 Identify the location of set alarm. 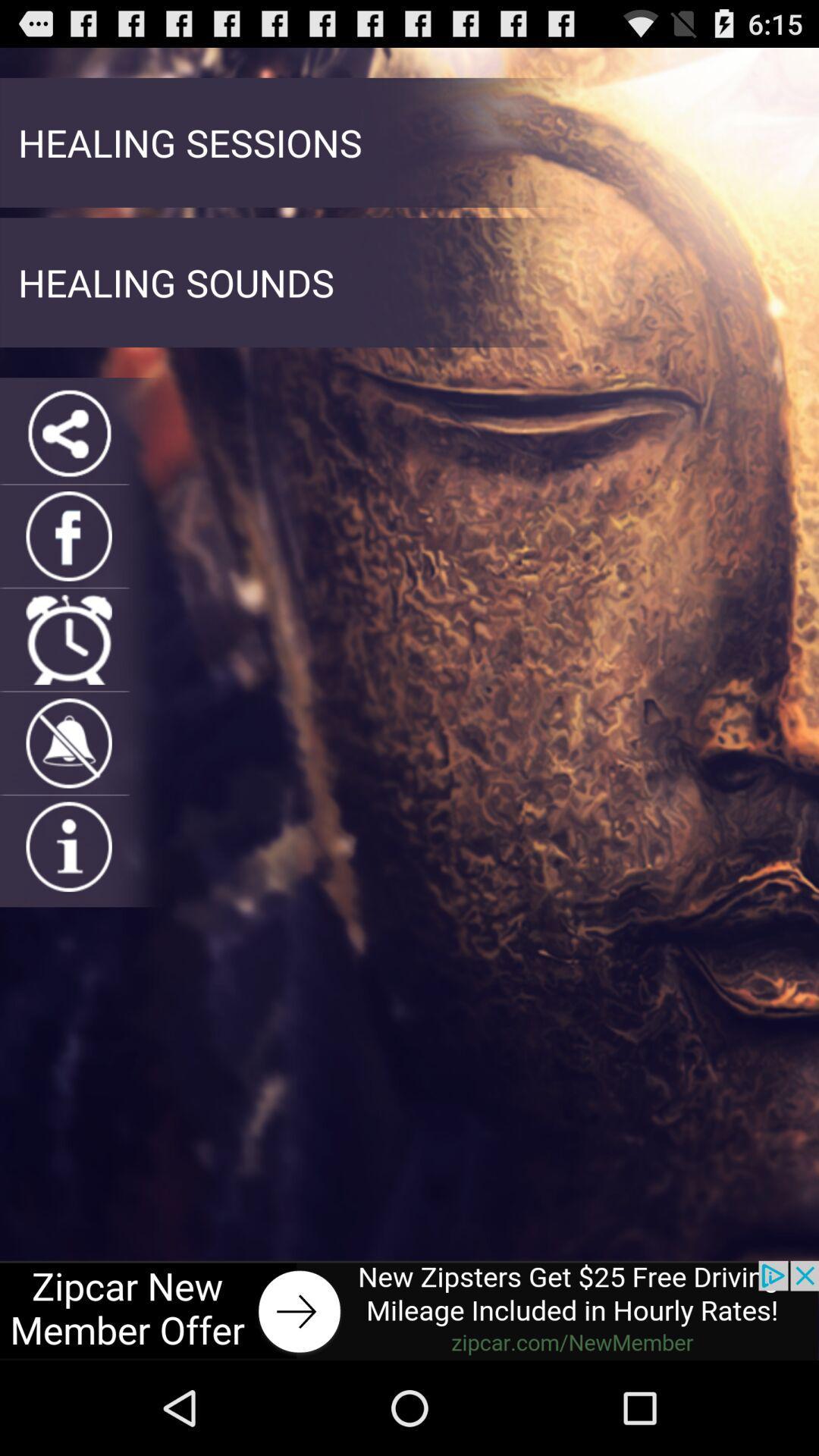
(69, 639).